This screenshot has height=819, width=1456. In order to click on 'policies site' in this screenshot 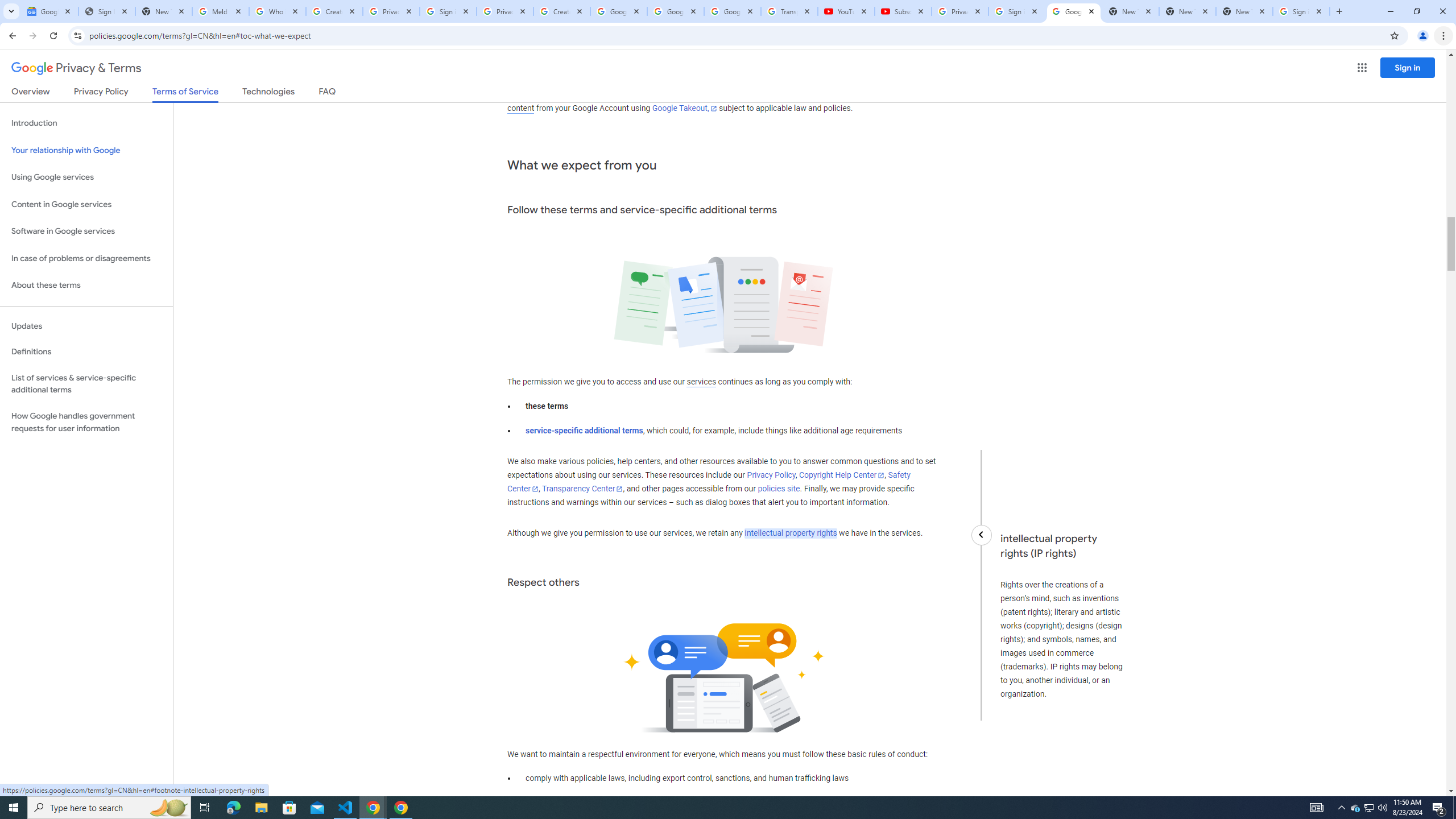, I will do `click(779, 488)`.